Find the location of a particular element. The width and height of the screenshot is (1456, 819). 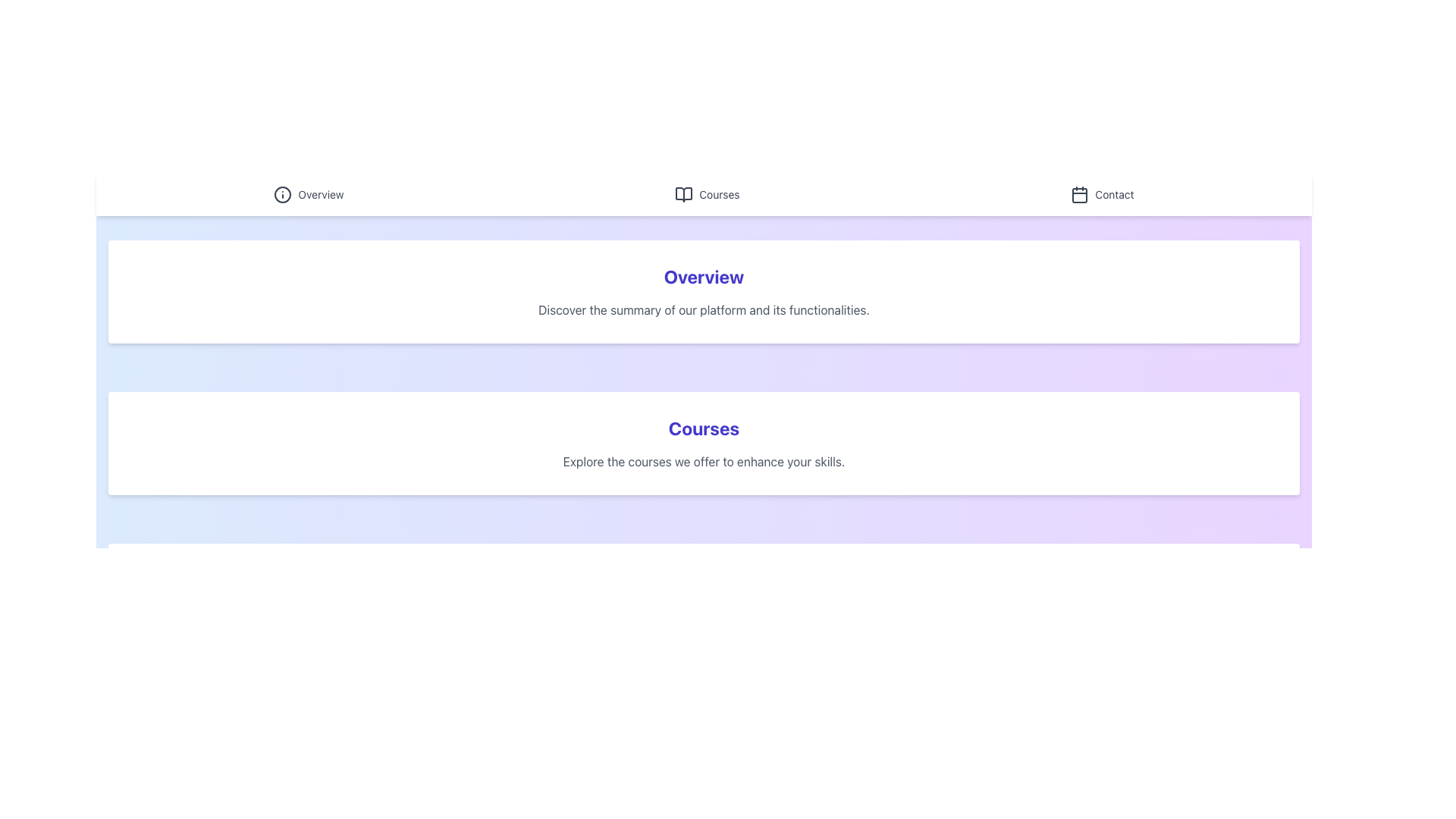

the 'Contact' navigation link with a calendar icon located in the top navigation bar is located at coordinates (1103, 194).